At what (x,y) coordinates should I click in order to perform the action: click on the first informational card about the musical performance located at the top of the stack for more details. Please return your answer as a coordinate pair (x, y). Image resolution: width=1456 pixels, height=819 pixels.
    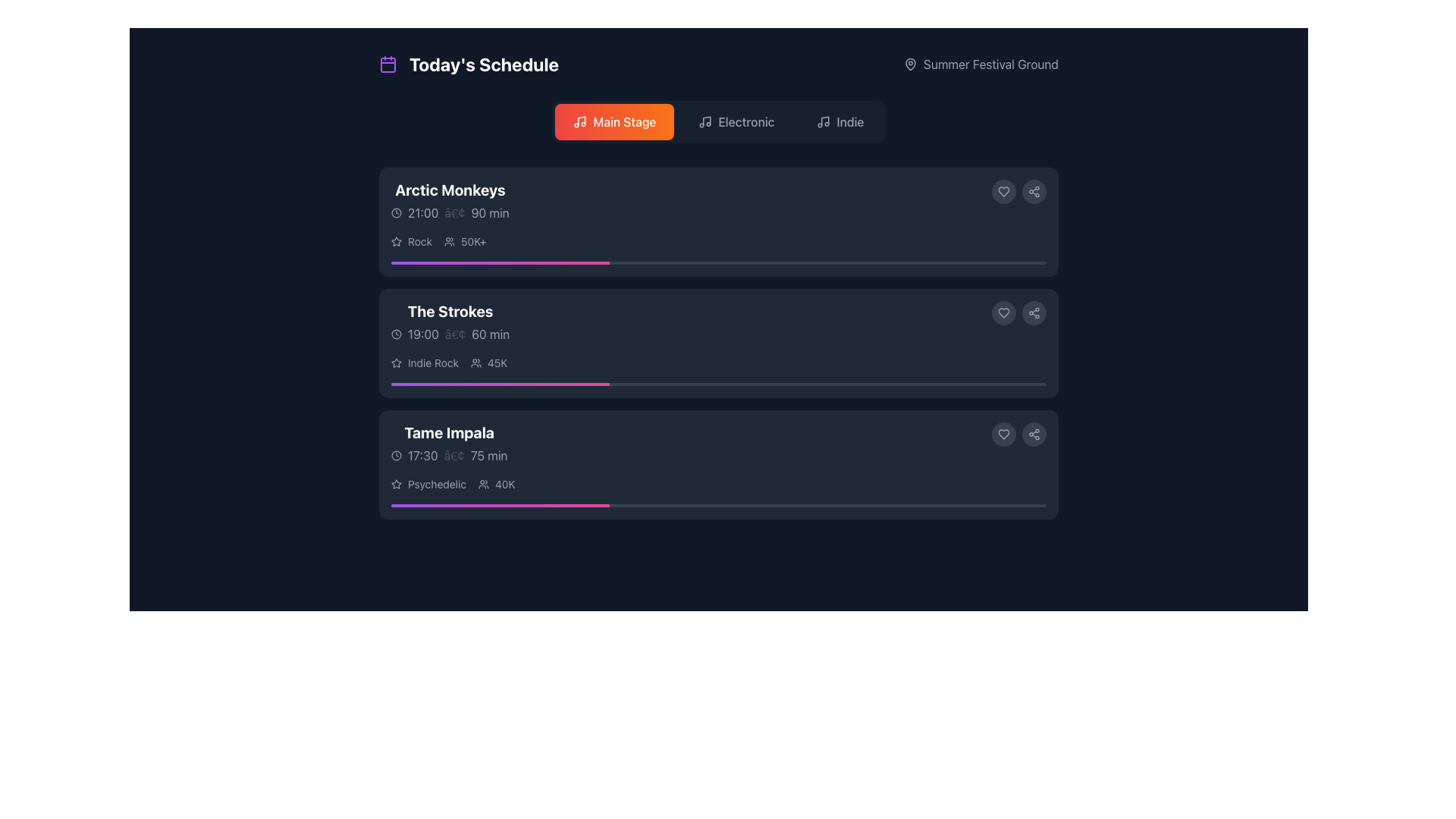
    Looking at the image, I should click on (718, 222).